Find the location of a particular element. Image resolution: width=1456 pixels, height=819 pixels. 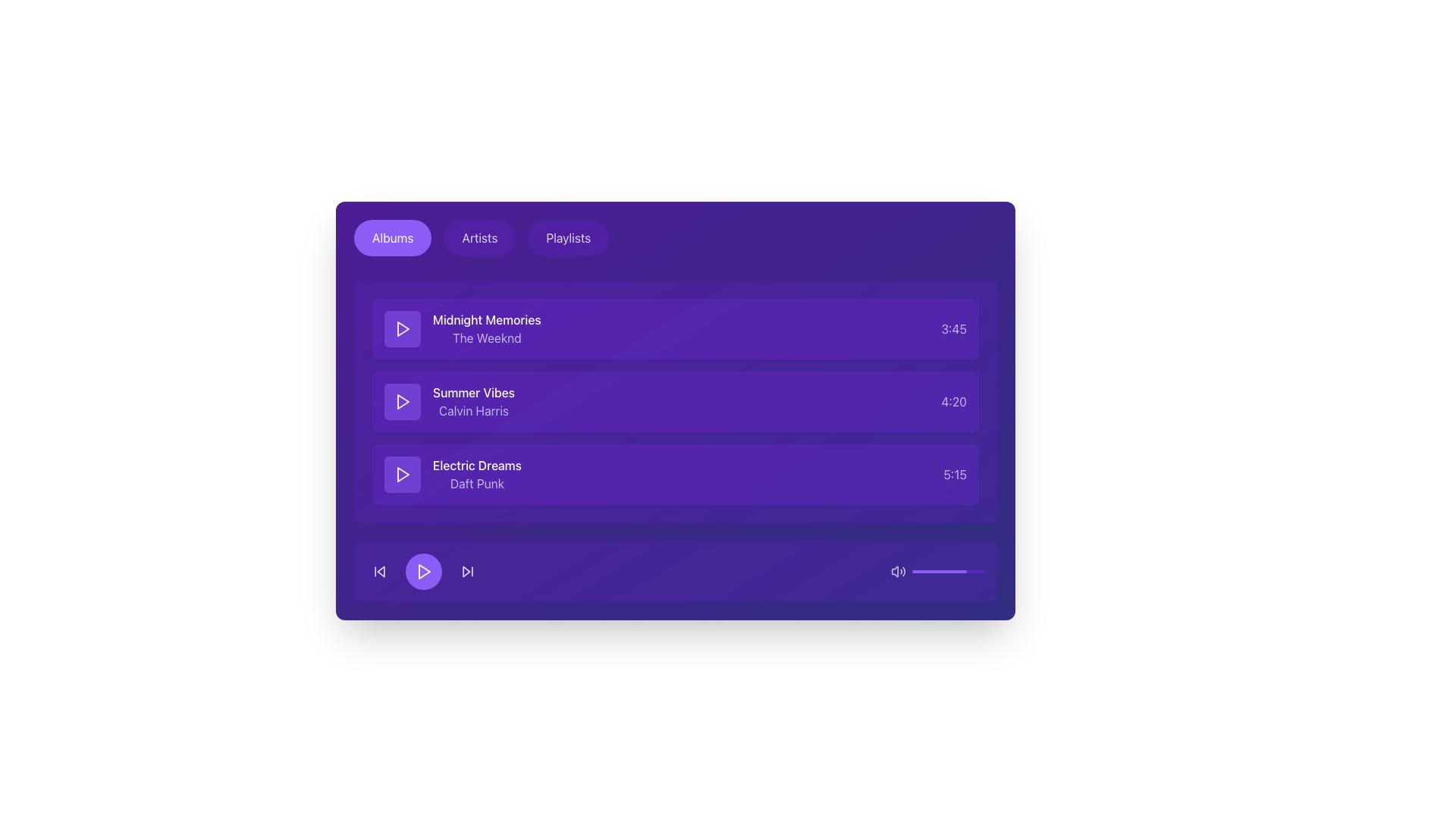

the circular violet button with a white triangular 'play' icon located at the center of the playback controls section is located at coordinates (423, 571).